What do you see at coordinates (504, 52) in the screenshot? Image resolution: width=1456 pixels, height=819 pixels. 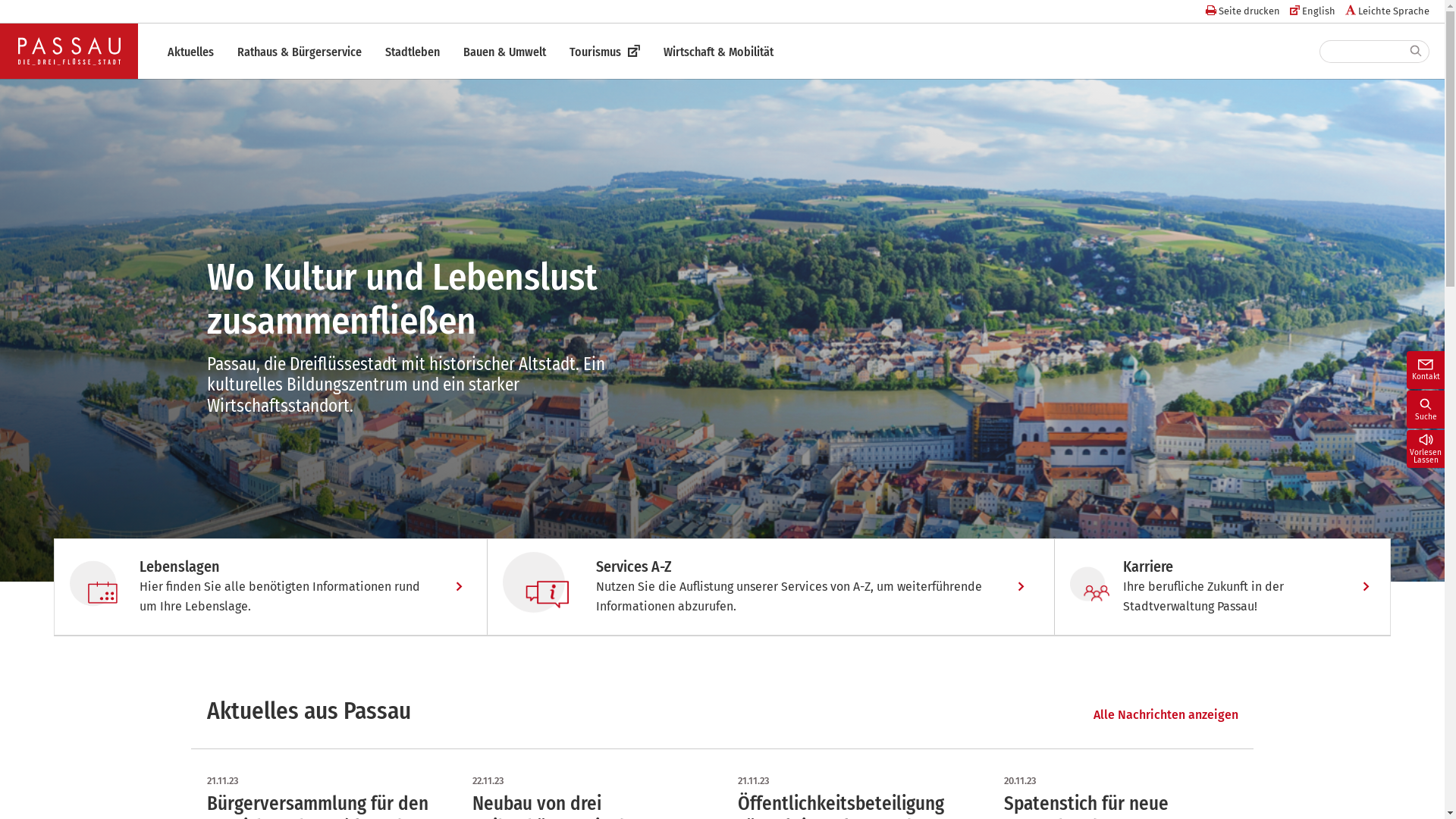 I see `'Bauen & Umwelt'` at bounding box center [504, 52].